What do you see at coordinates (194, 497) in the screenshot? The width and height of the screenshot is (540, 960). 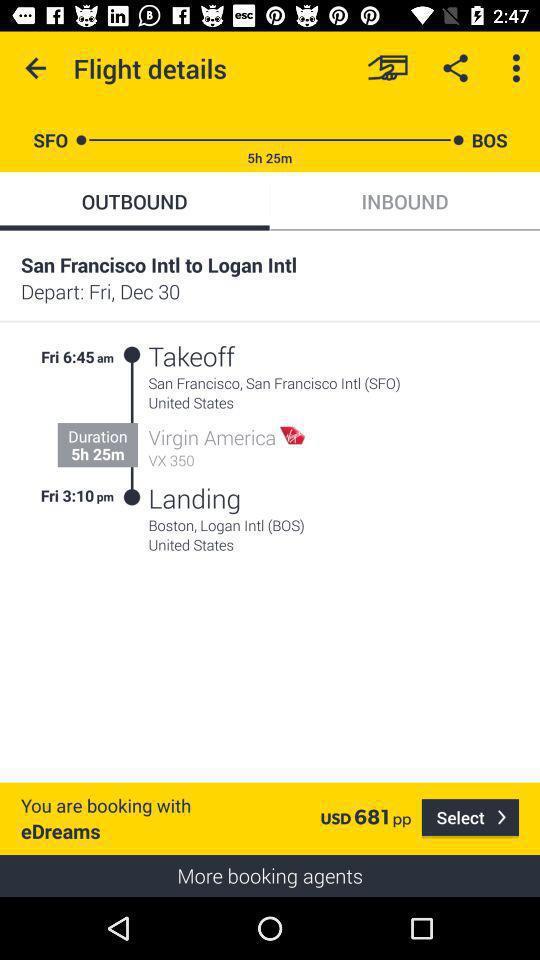 I see `landing item` at bounding box center [194, 497].